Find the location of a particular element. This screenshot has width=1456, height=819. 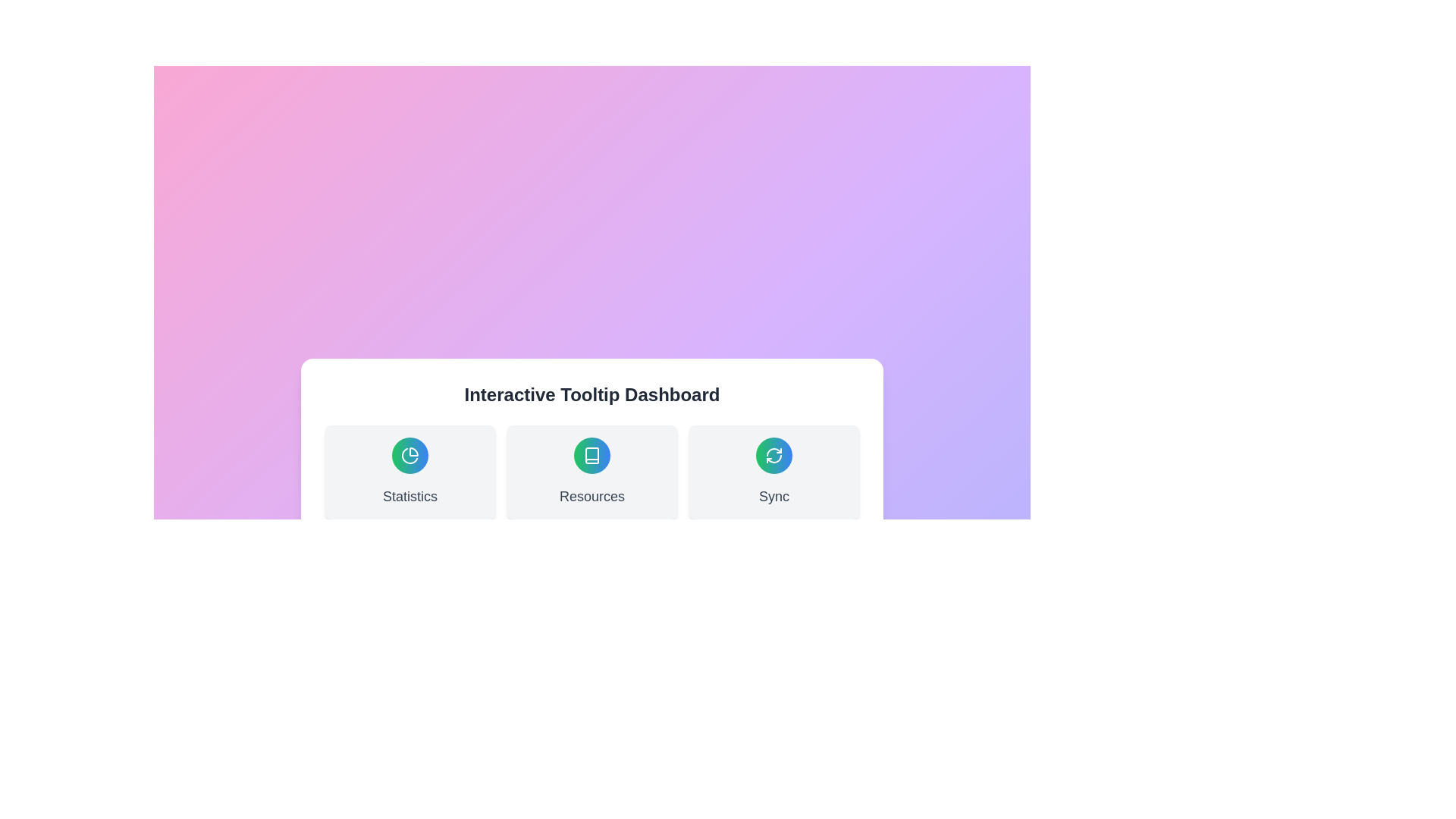

the static text label reading 'Resources' which is styled with medium-sized gray font and located in the lower portion of the second card in a row of three cards is located at coordinates (591, 497).